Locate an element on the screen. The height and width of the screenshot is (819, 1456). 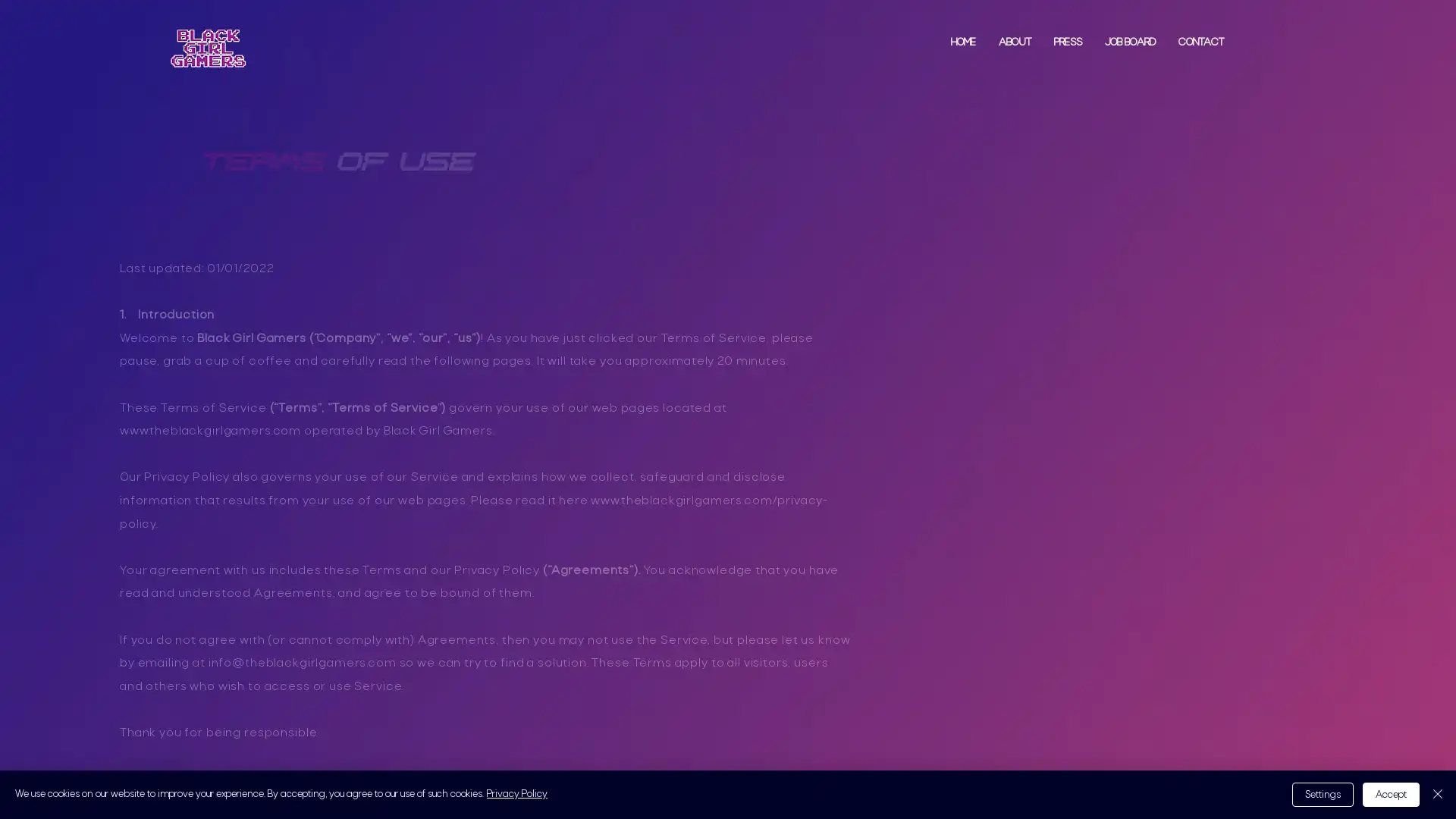
Settings is located at coordinates (1322, 794).